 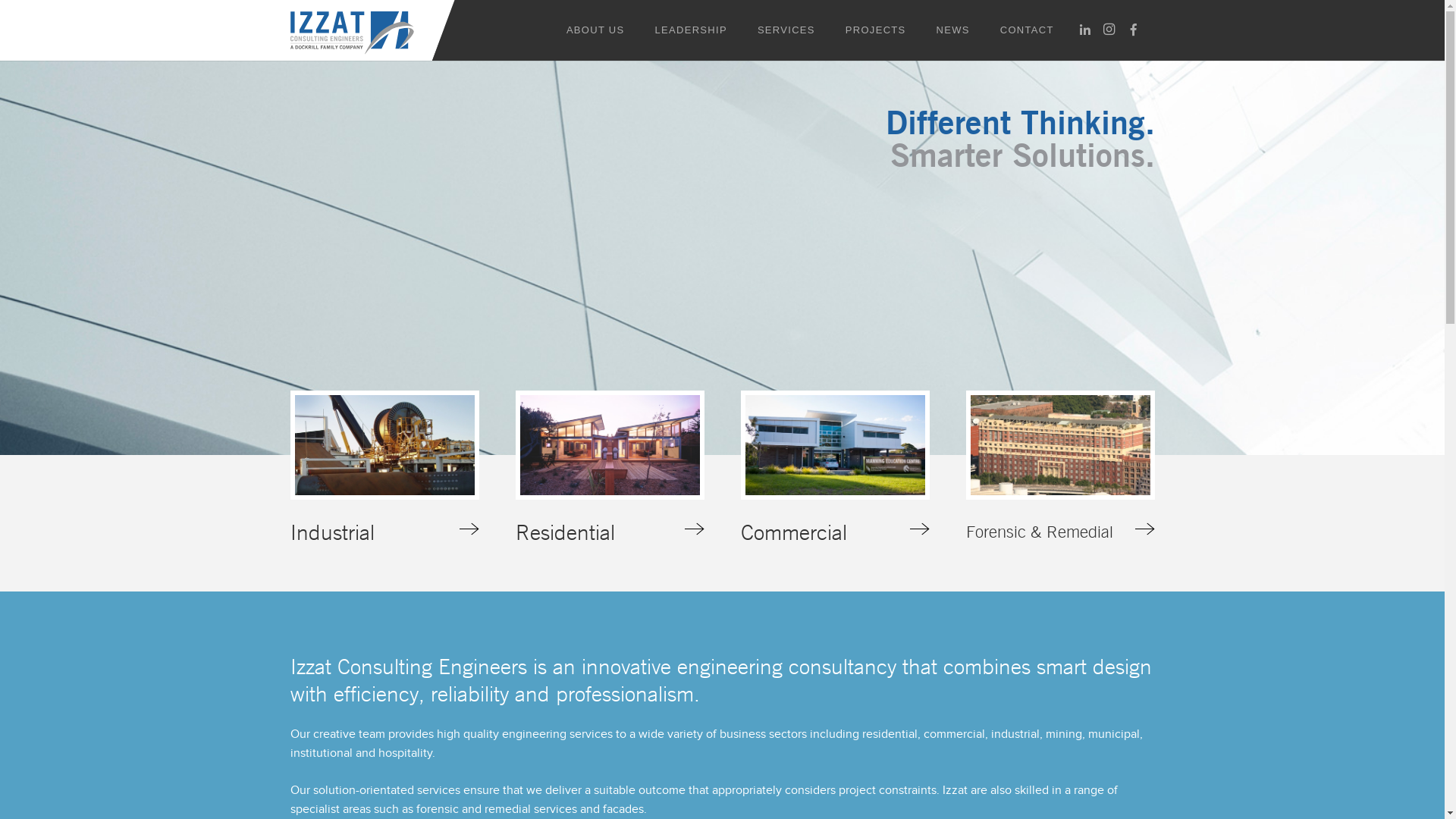 What do you see at coordinates (876, 30) in the screenshot?
I see `'PROJECTS'` at bounding box center [876, 30].